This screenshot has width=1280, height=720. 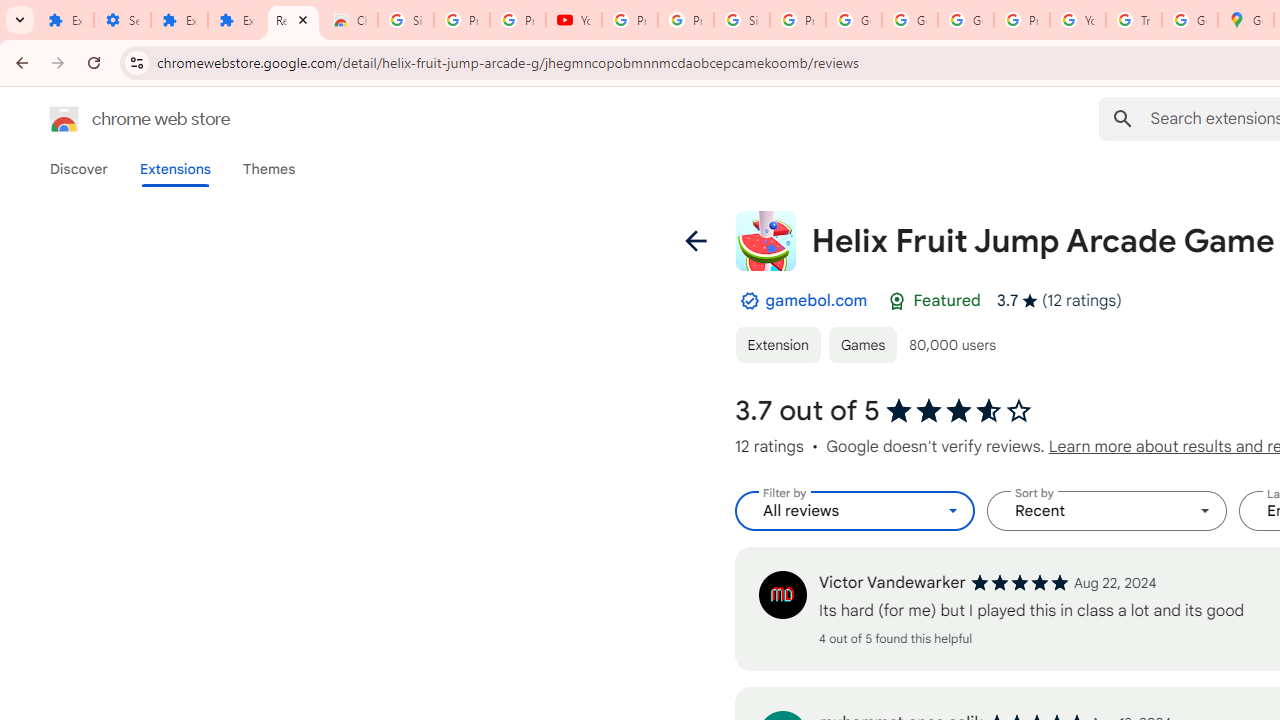 What do you see at coordinates (863, 343) in the screenshot?
I see `'Games'` at bounding box center [863, 343].